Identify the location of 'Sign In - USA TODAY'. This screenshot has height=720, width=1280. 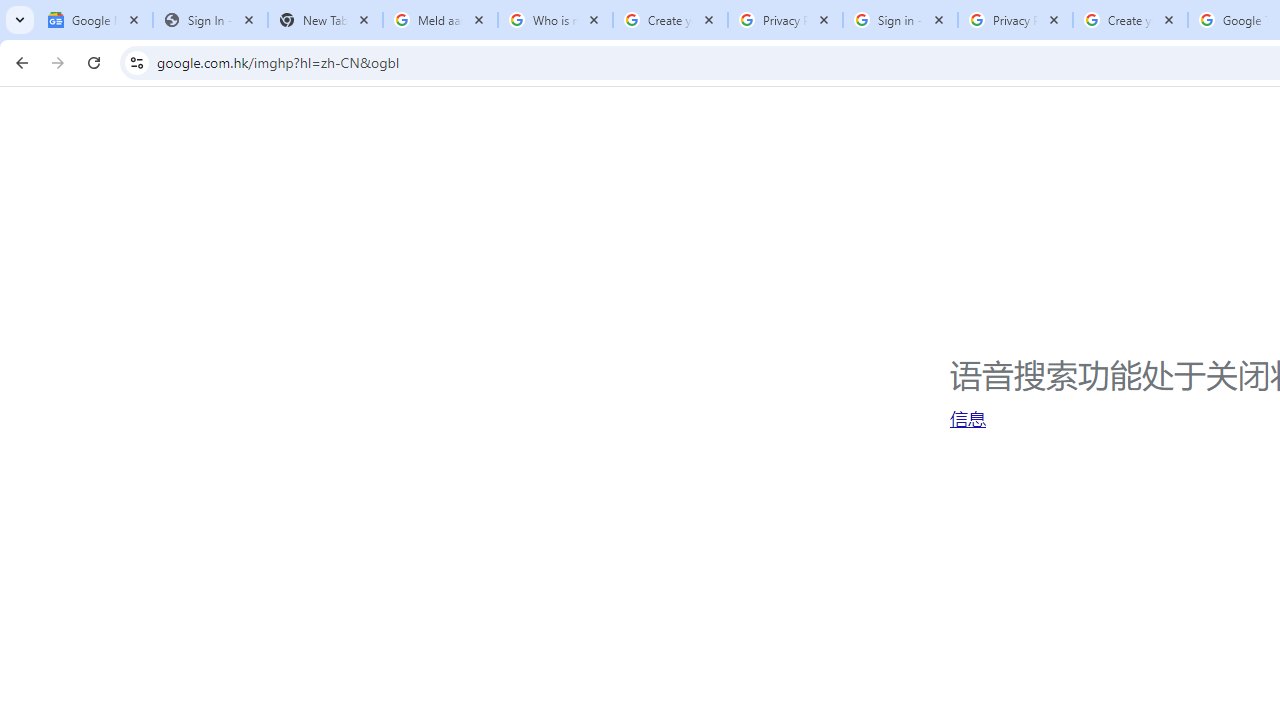
(209, 20).